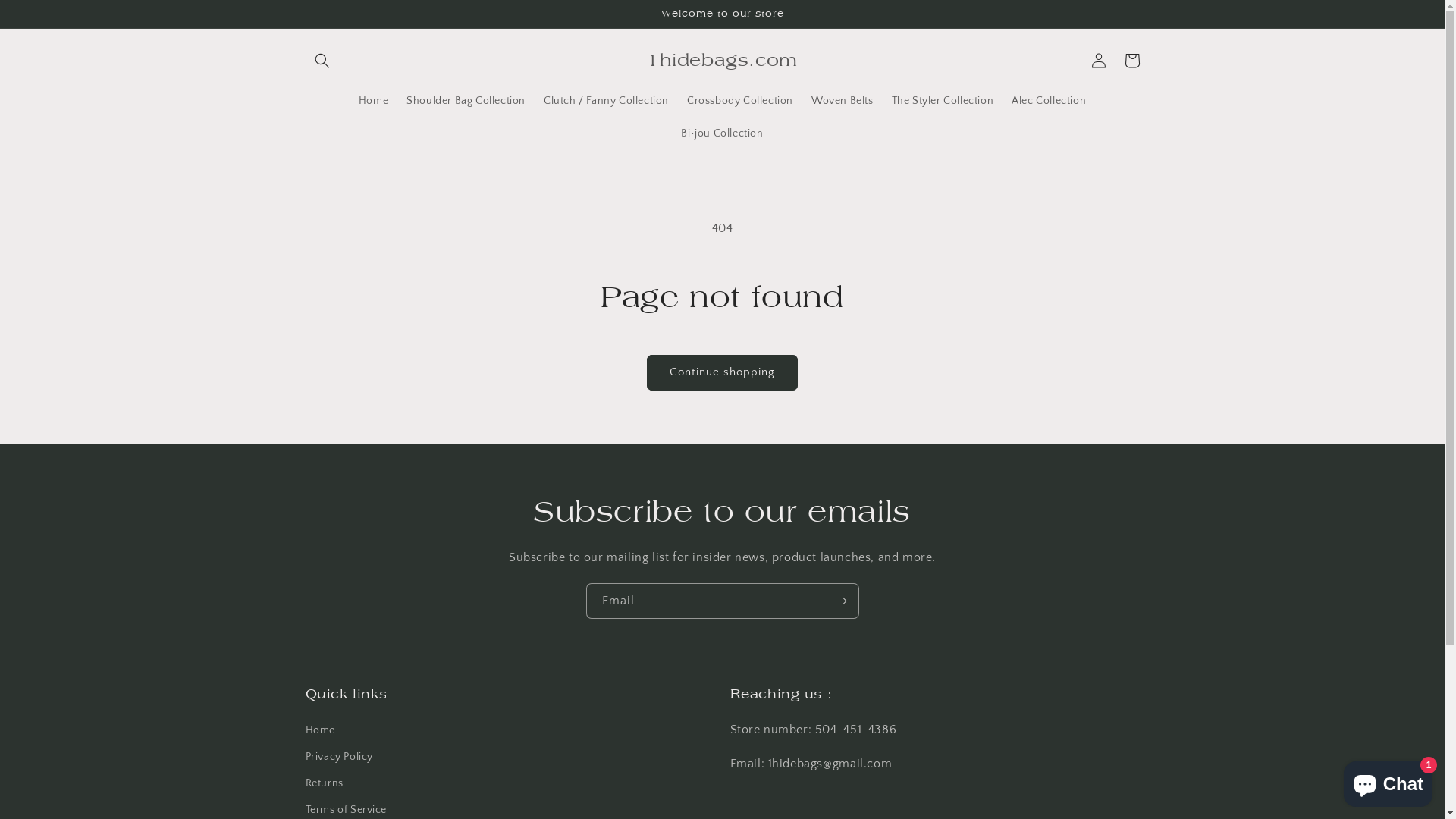 The height and width of the screenshot is (819, 1456). Describe the element at coordinates (722, 59) in the screenshot. I see `'1hidebags.com'` at that location.